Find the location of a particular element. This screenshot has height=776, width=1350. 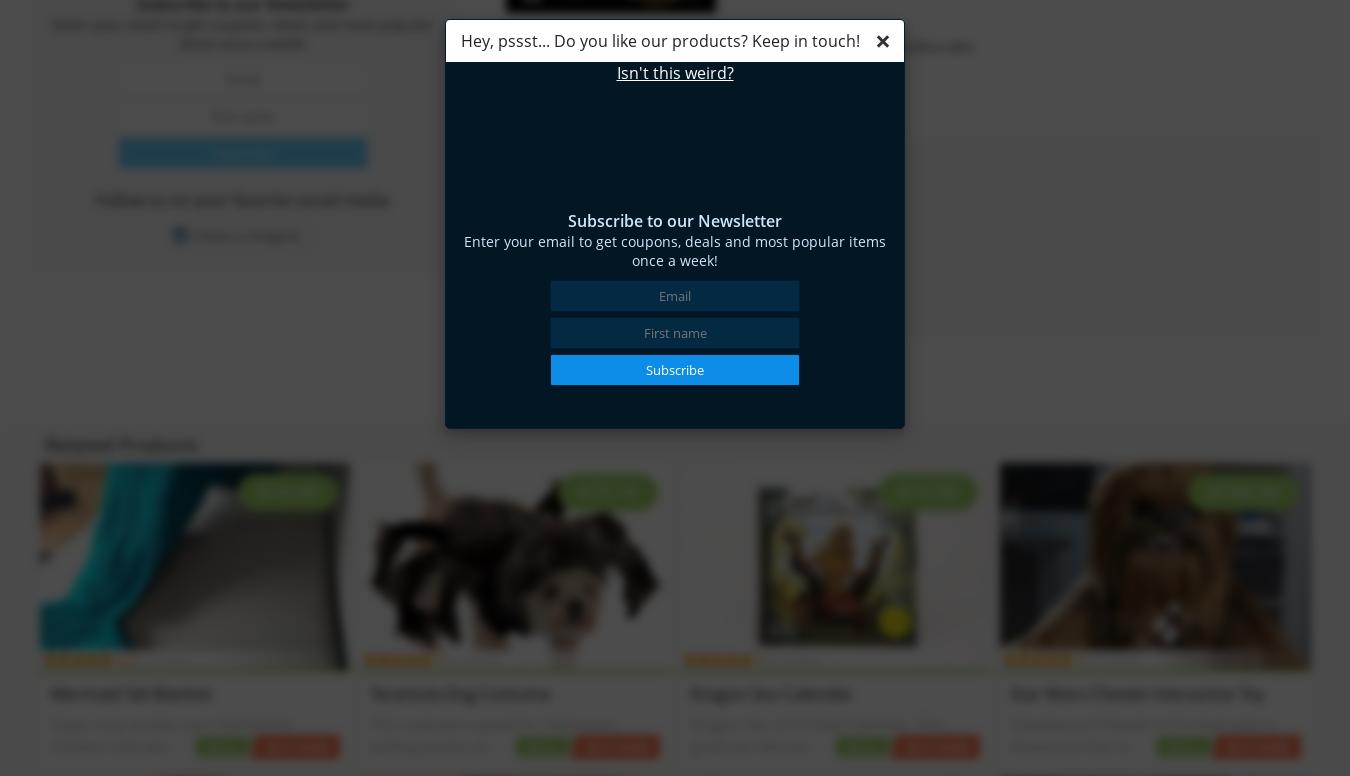

'Hey, pssst... Do you like our products? Keep in touch!' is located at coordinates (460, 40).